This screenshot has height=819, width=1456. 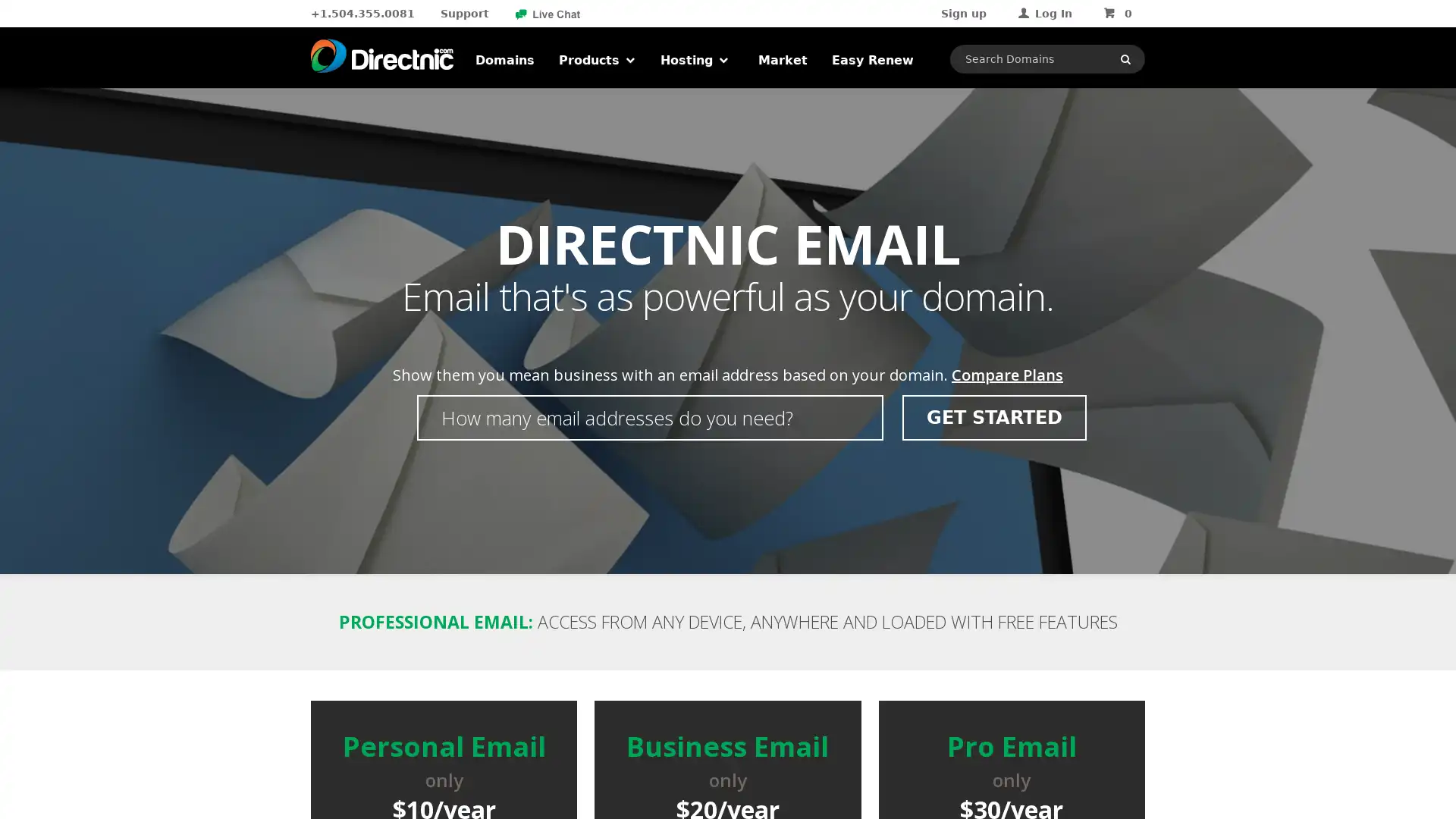 What do you see at coordinates (993, 417) in the screenshot?
I see `GET STARTED` at bounding box center [993, 417].